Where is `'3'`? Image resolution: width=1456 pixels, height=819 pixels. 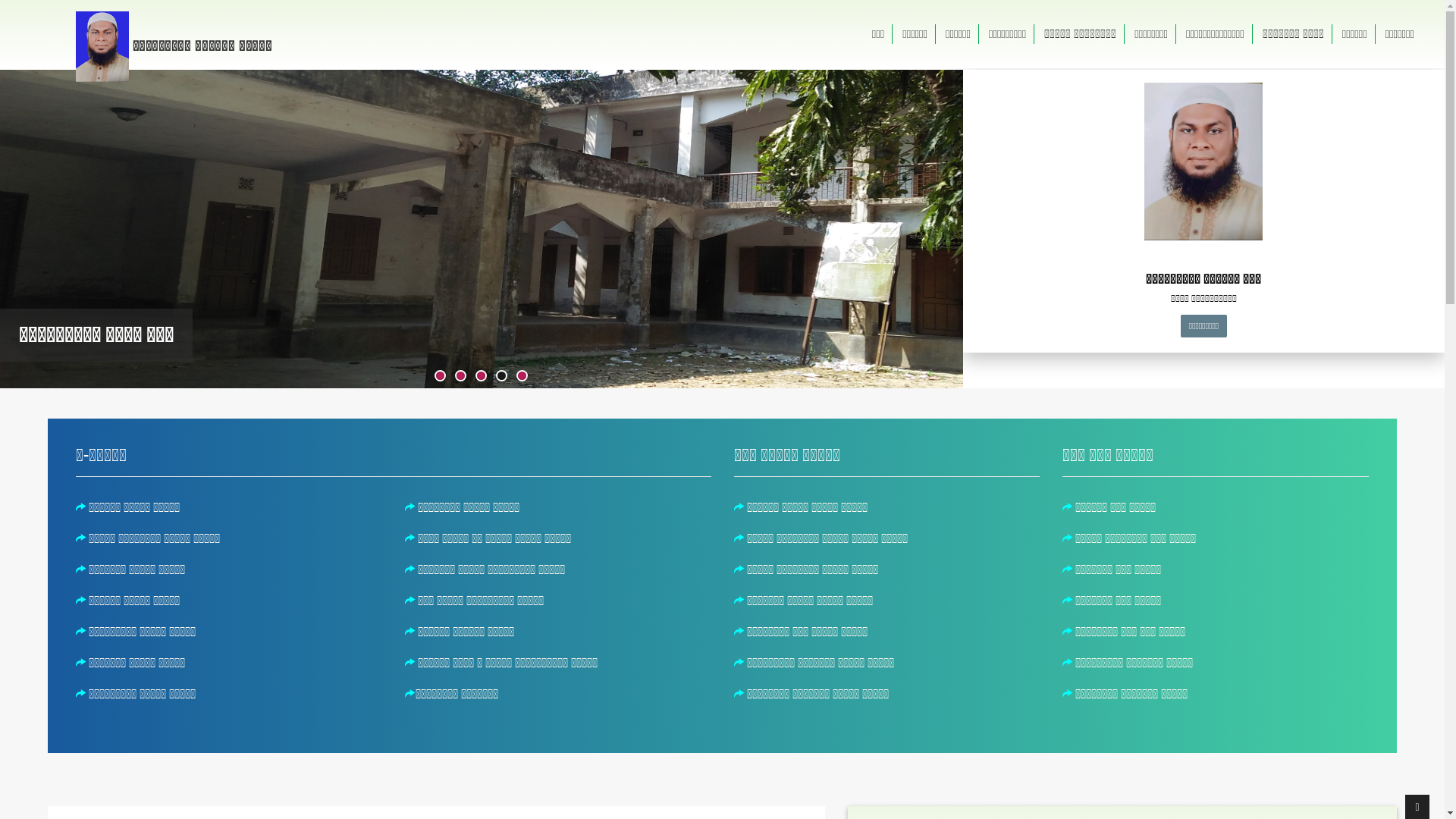 '3' is located at coordinates (480, 375).